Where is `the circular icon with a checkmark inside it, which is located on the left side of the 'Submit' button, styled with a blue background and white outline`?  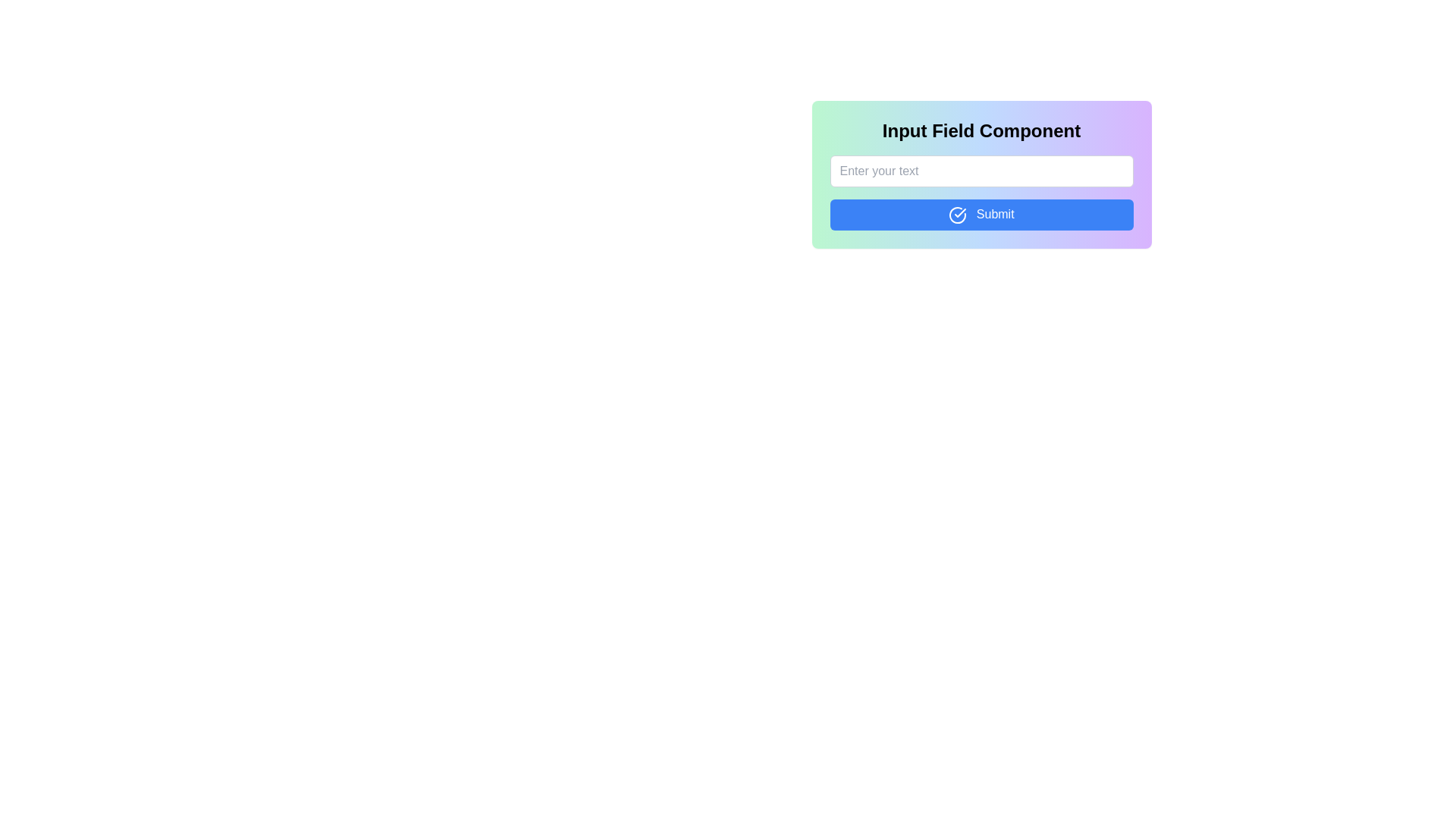
the circular icon with a checkmark inside it, which is located on the left side of the 'Submit' button, styled with a blue background and white outline is located at coordinates (957, 215).